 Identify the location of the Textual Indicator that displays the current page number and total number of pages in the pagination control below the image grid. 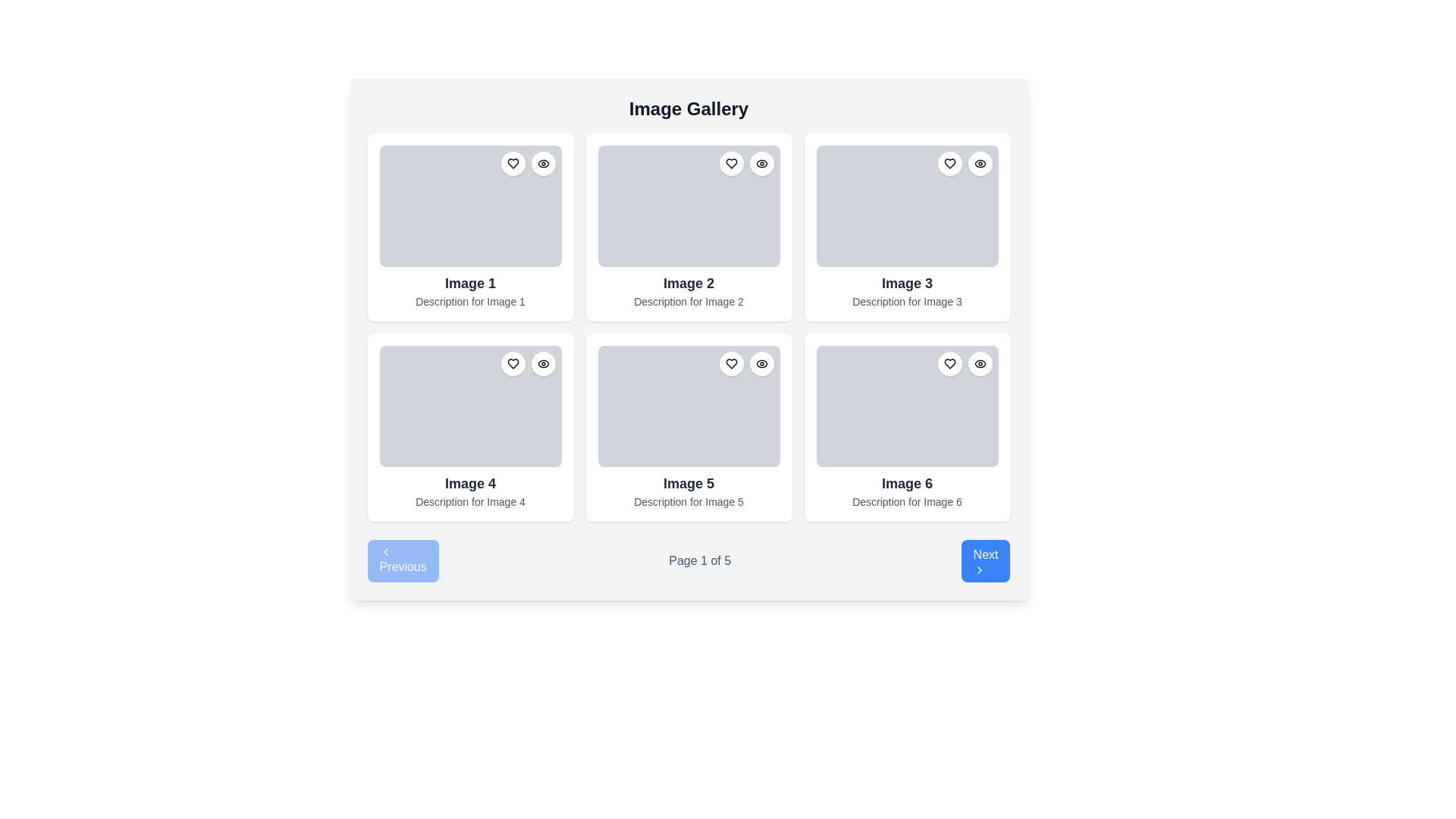
(699, 561).